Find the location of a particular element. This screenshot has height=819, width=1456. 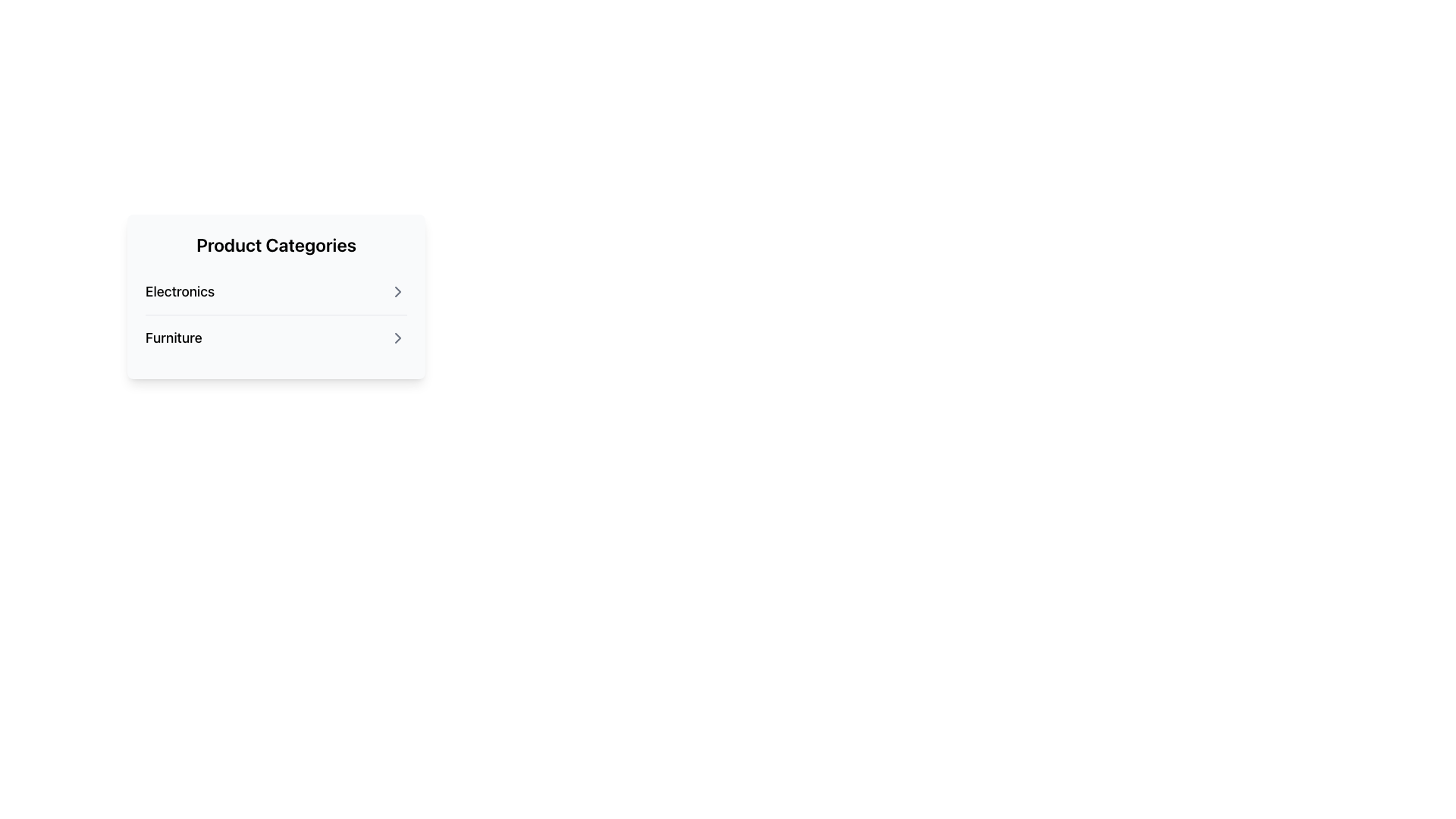

the right-pointing arrow-shaped icon adjacent to the 'Furniture' option in the 'Product Categories' card is located at coordinates (397, 337).